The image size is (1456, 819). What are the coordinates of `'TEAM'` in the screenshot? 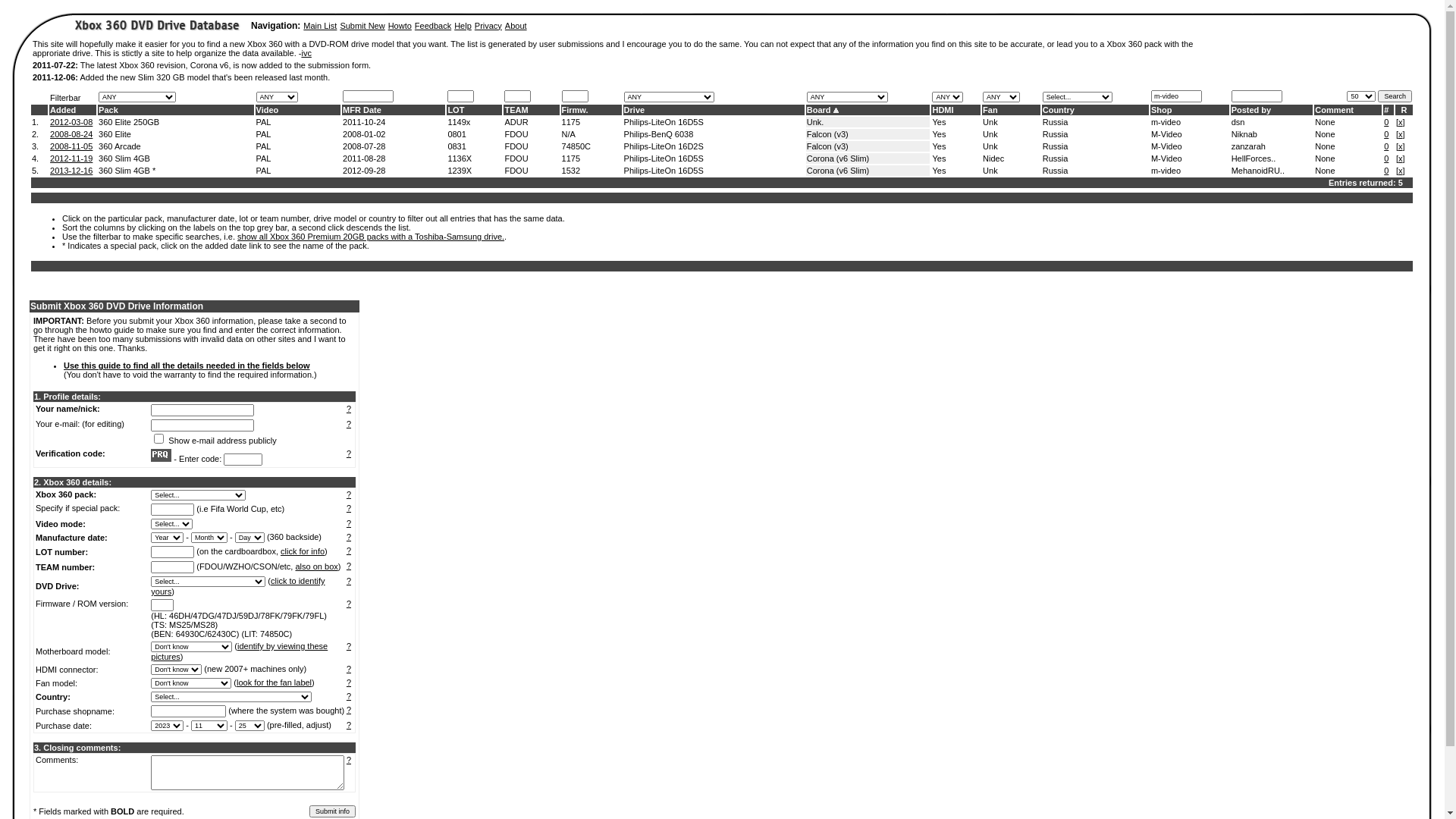 It's located at (516, 109).